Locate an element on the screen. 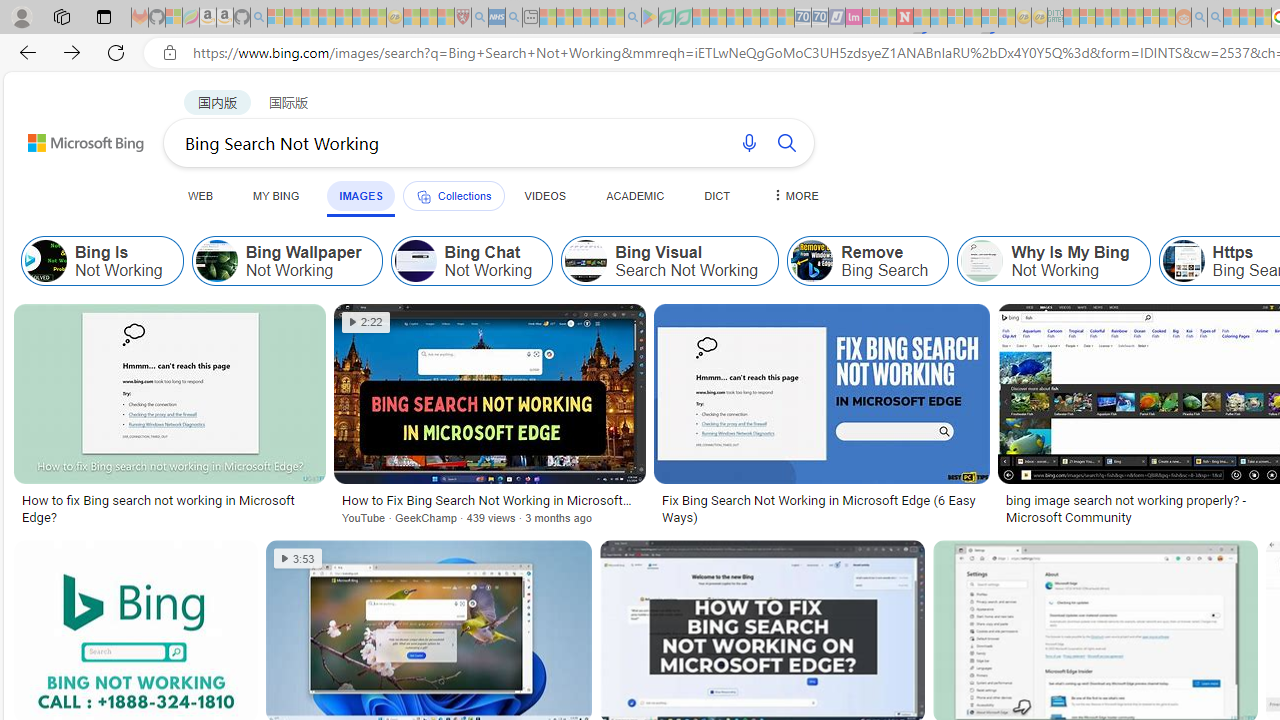  'How to fix Bing search not working in Microsoft Edge?' is located at coordinates (169, 508).